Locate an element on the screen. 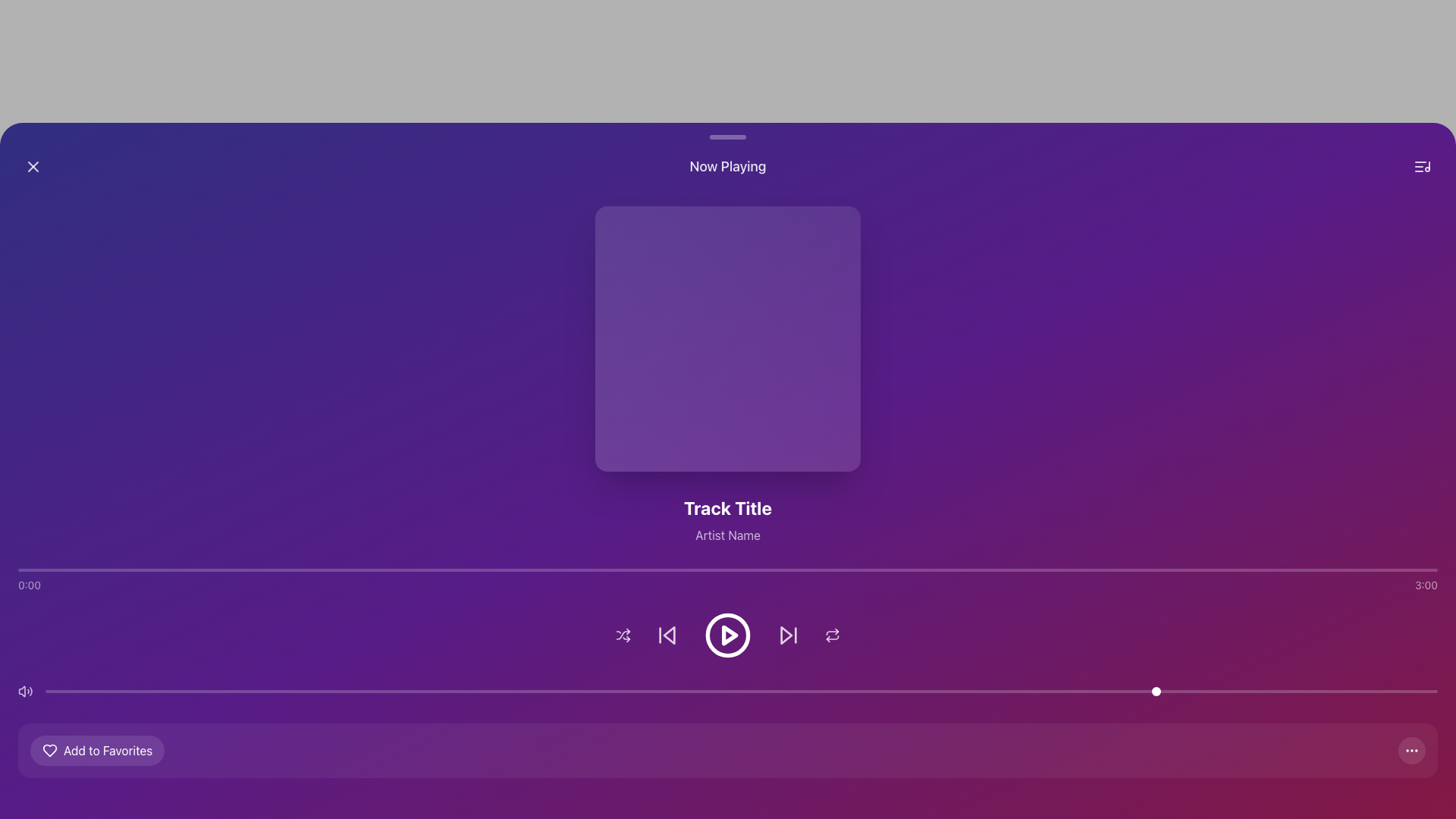  the Vector graphic or SVG element indicating volume settings, located in the lower-left section of the interface is located at coordinates (22, 691).